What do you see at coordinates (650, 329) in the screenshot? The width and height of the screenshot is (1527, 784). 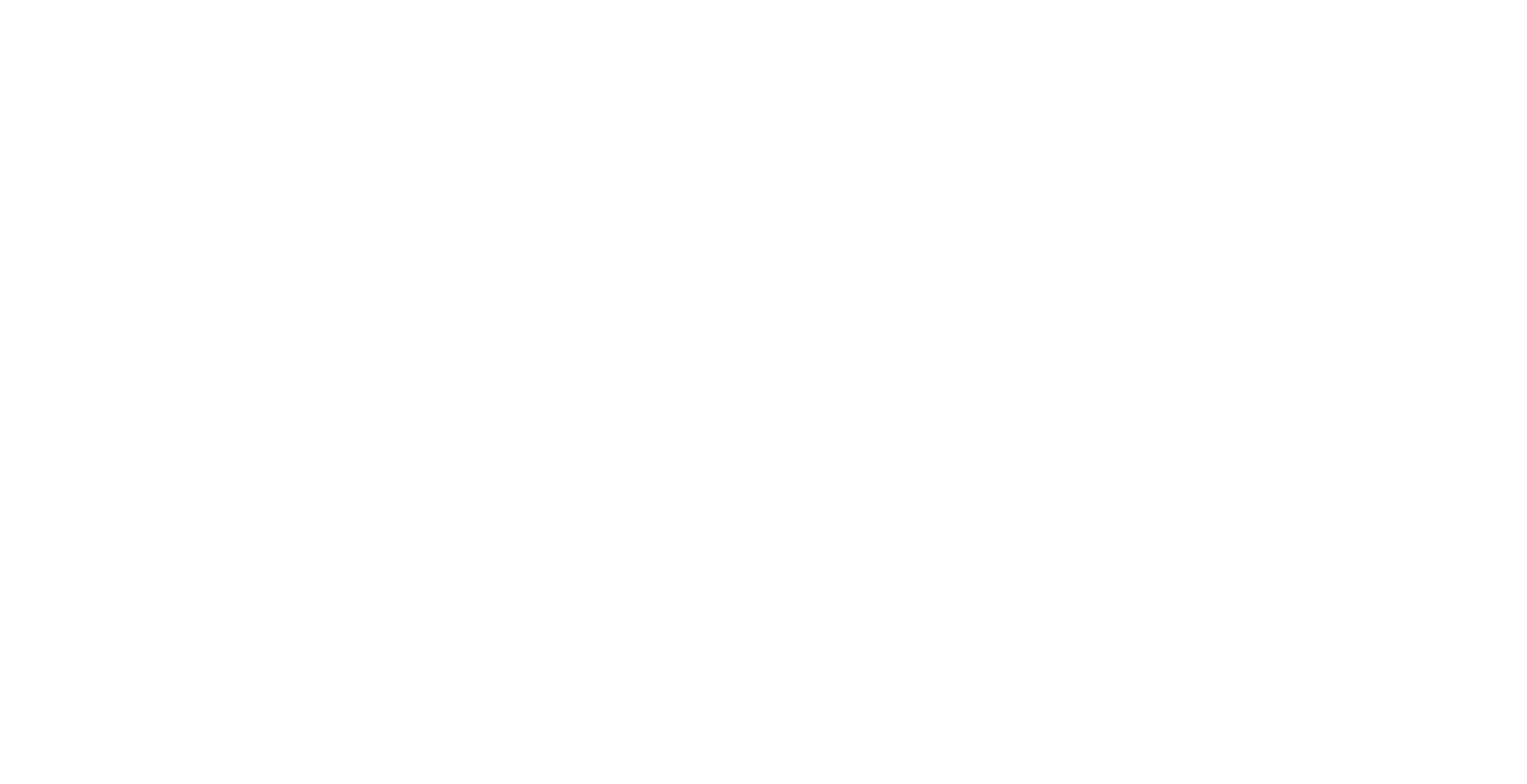 I see `'$39.95'` at bounding box center [650, 329].